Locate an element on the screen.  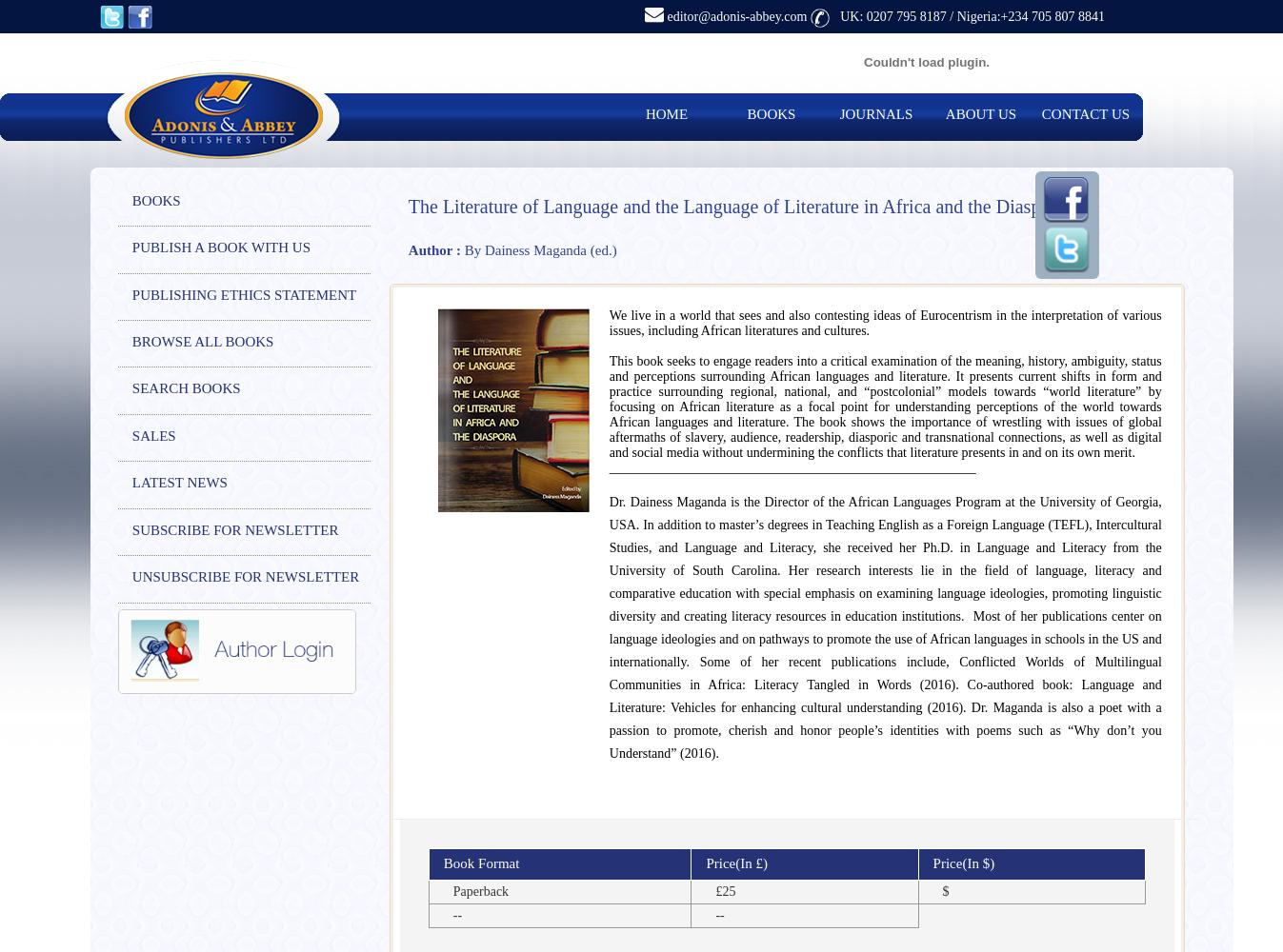
'SUBSCRIBE FOR NEWSLETTER' is located at coordinates (130, 529).